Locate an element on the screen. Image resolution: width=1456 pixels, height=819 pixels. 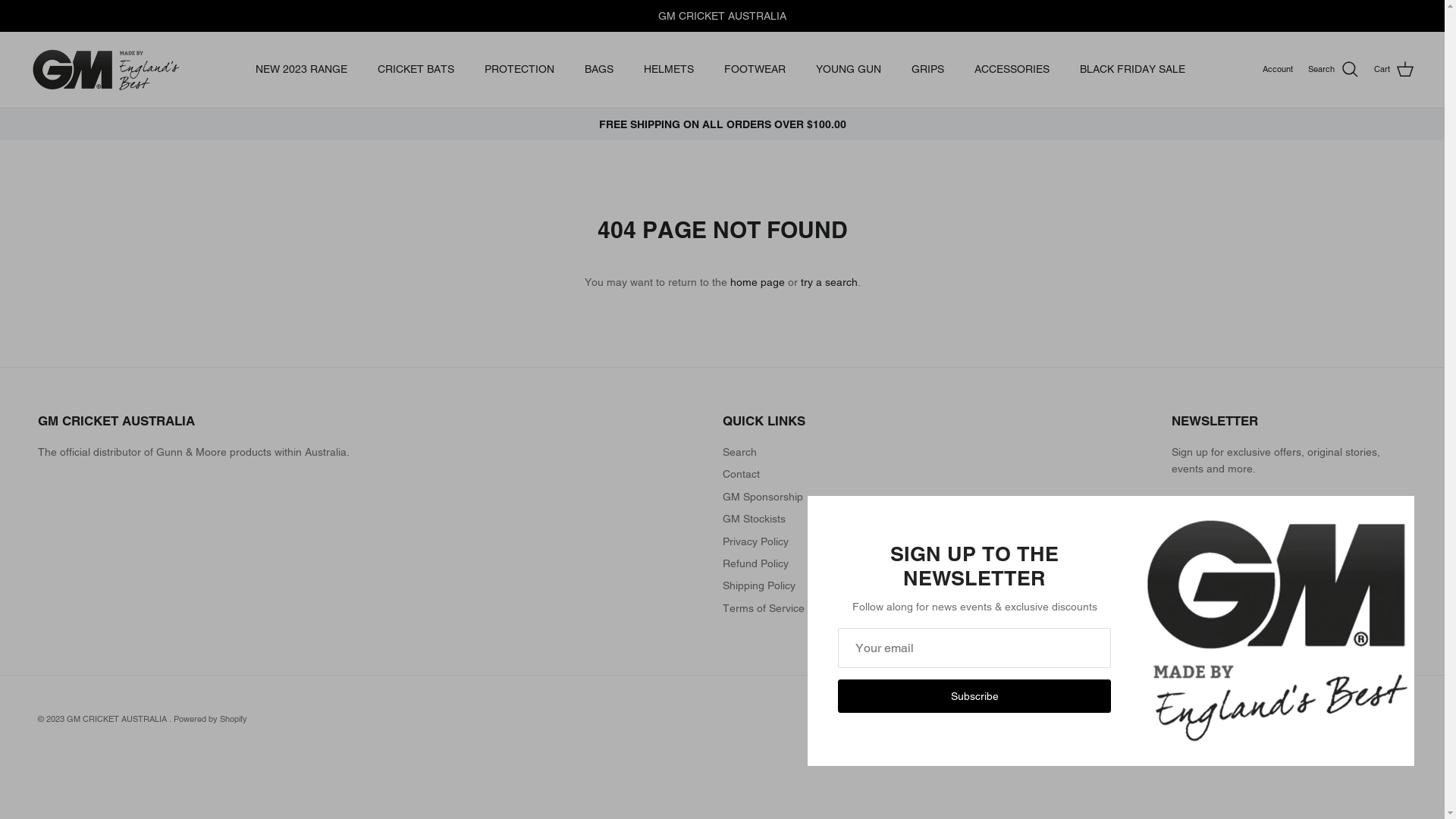
'HELMETS' is located at coordinates (668, 69).